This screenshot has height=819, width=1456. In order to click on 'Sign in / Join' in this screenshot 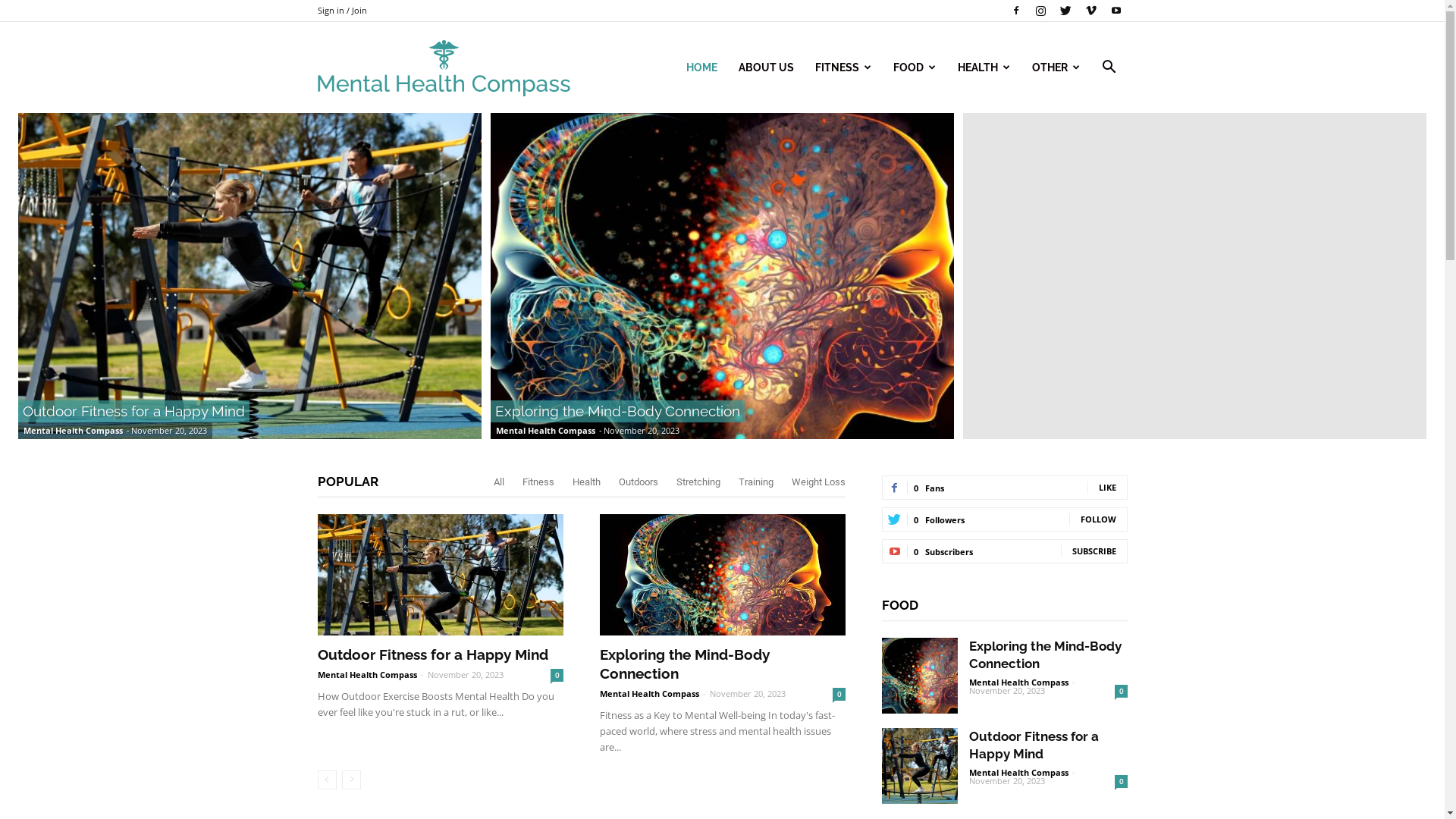, I will do `click(315, 10)`.